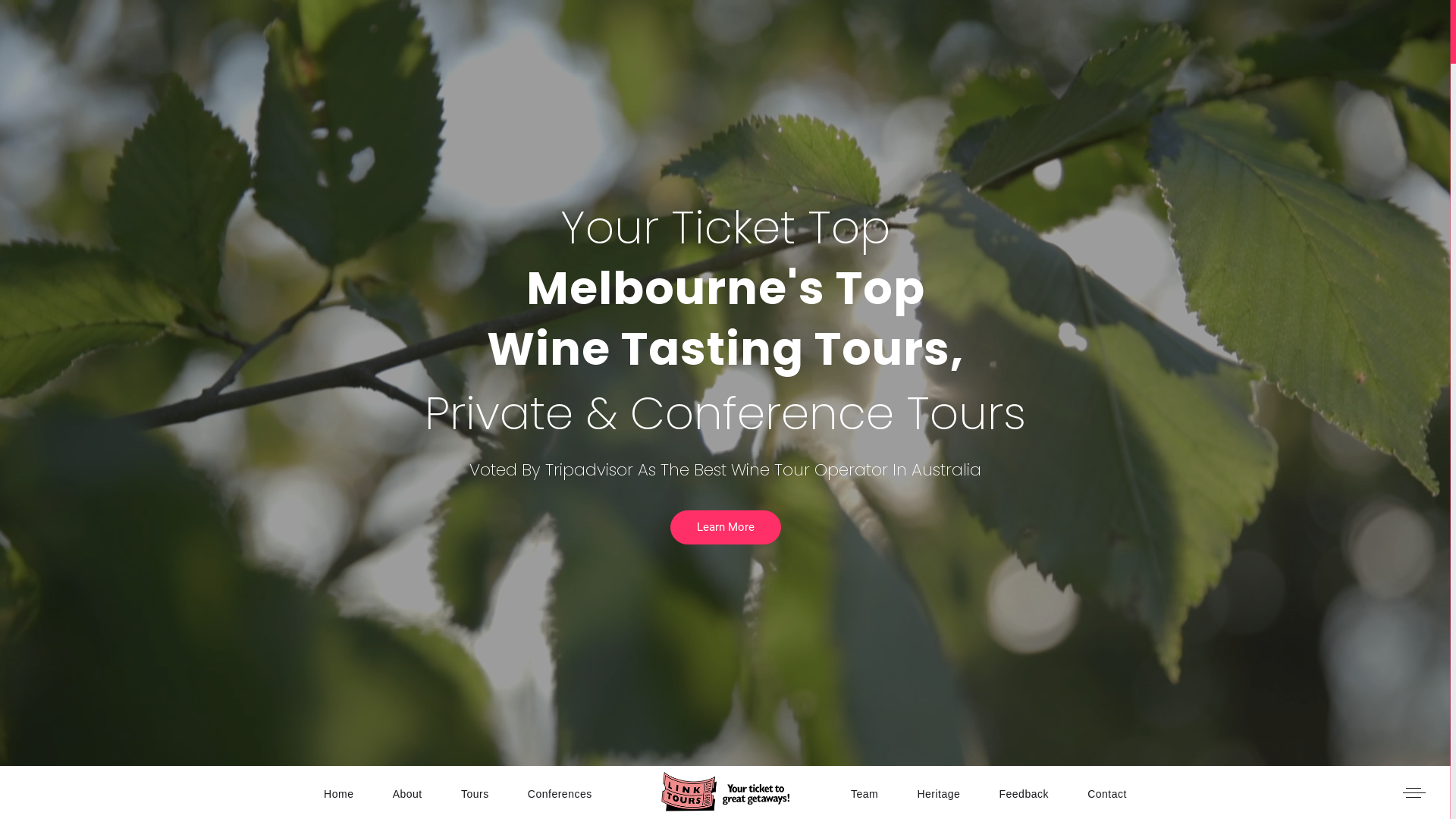  What do you see at coordinates (1023, 792) in the screenshot?
I see `'Feedback'` at bounding box center [1023, 792].